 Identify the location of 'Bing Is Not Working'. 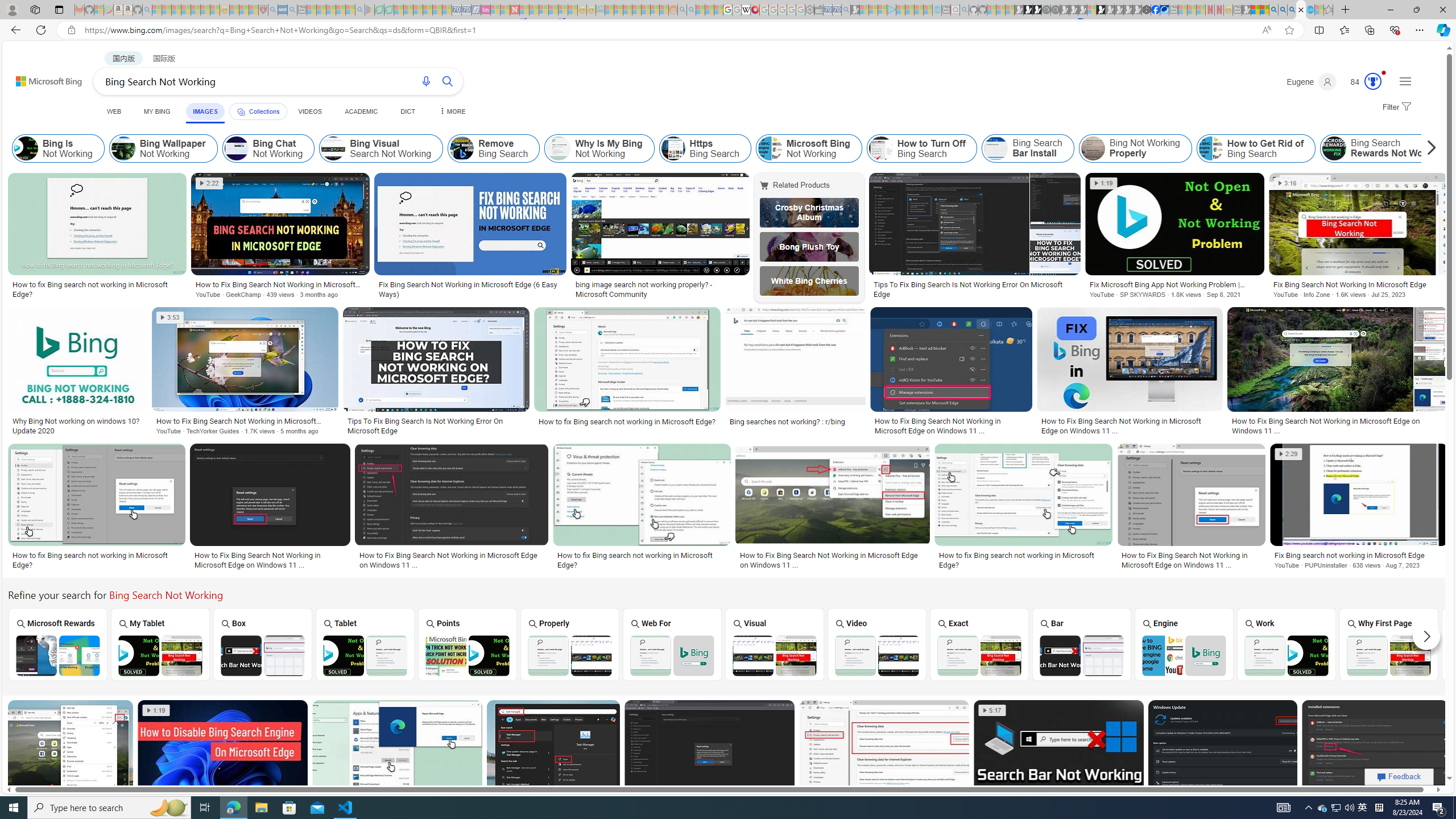
(57, 148).